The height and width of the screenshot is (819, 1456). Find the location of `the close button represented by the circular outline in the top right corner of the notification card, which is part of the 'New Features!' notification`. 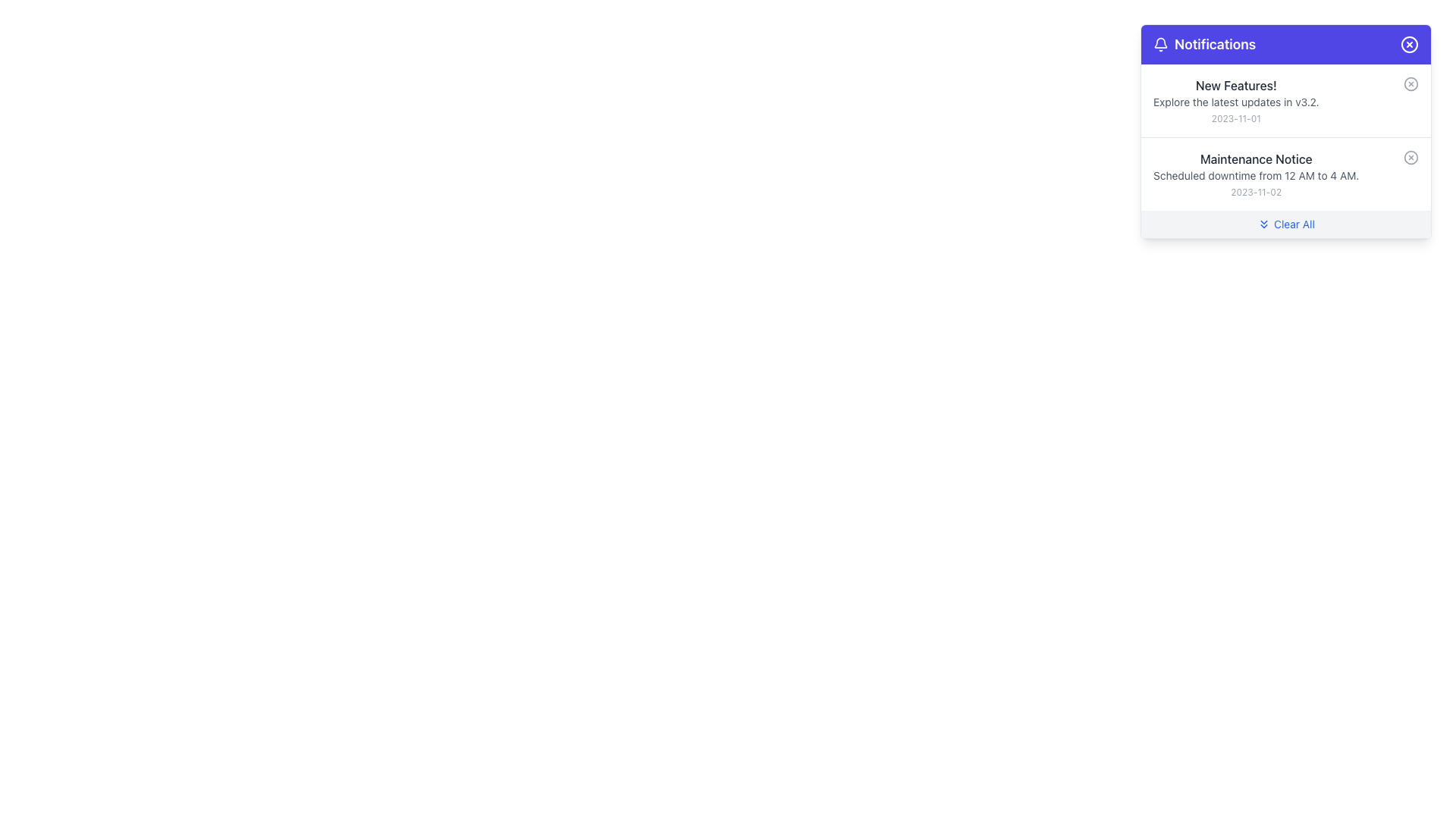

the close button represented by the circular outline in the top right corner of the notification card, which is part of the 'New Features!' notification is located at coordinates (1410, 84).